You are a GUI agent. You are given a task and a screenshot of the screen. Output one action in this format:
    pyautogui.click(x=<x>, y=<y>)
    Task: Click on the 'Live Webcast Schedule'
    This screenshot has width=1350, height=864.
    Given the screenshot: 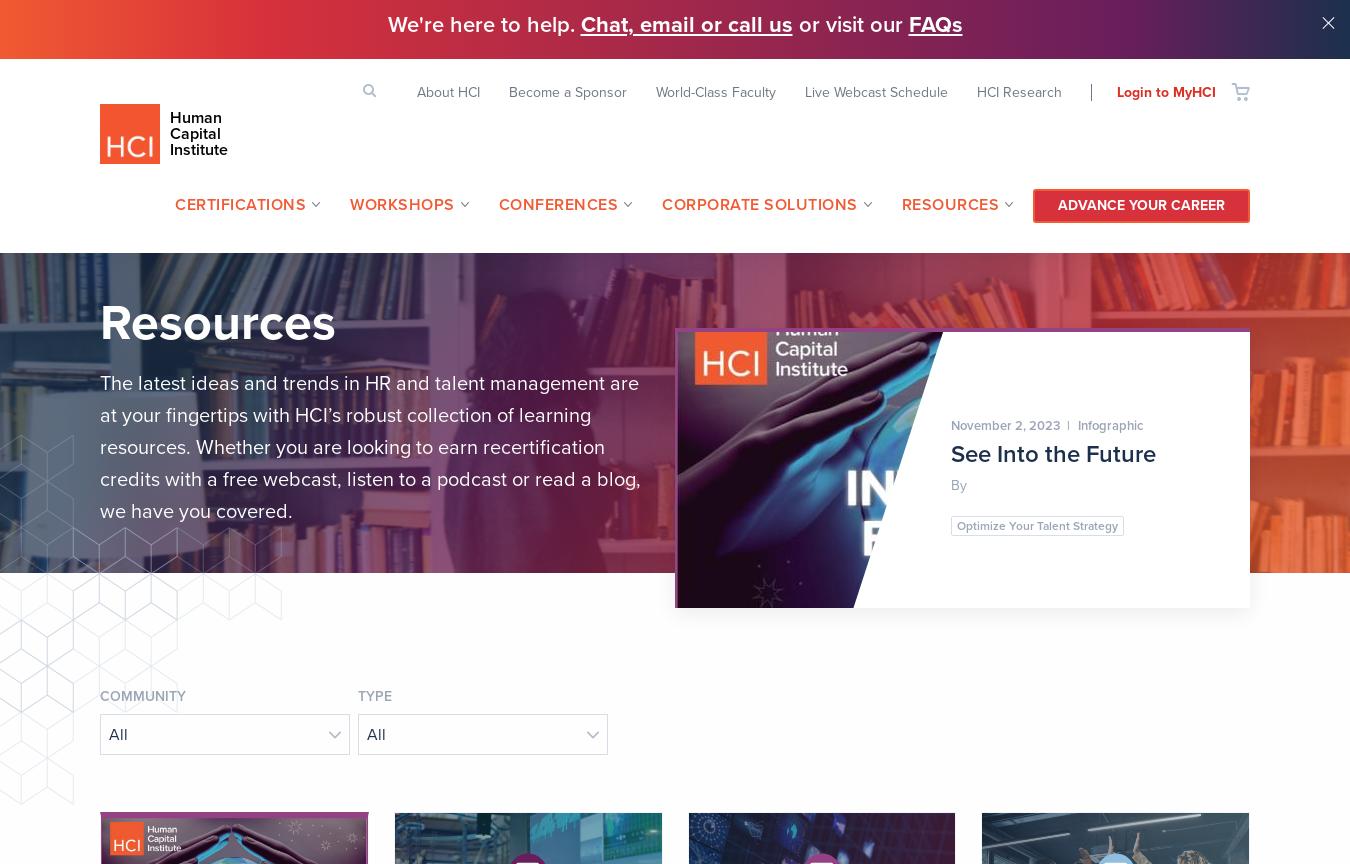 What is the action you would take?
    pyautogui.click(x=876, y=91)
    